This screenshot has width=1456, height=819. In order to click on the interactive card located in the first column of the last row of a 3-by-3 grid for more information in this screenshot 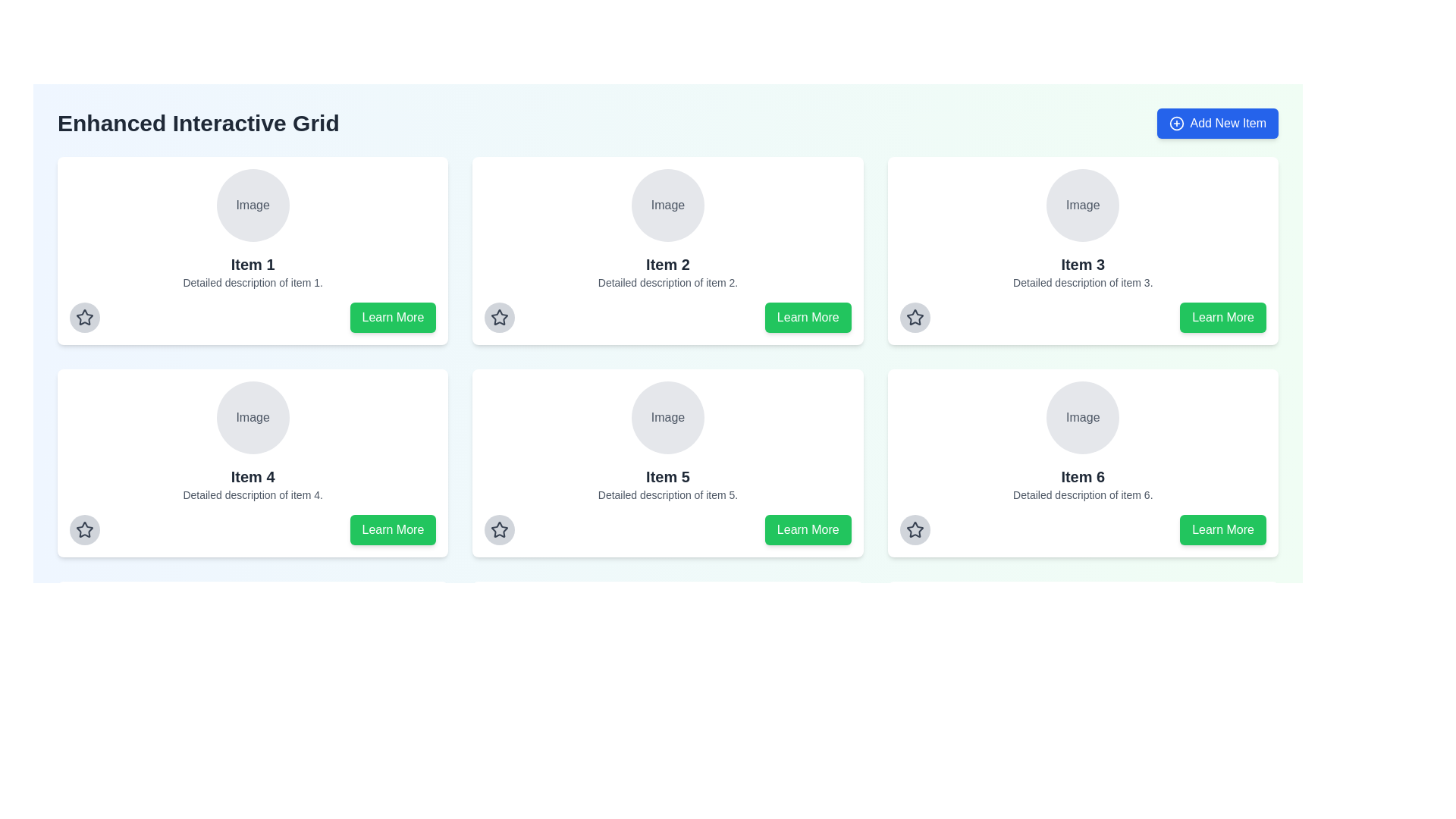, I will do `click(253, 675)`.